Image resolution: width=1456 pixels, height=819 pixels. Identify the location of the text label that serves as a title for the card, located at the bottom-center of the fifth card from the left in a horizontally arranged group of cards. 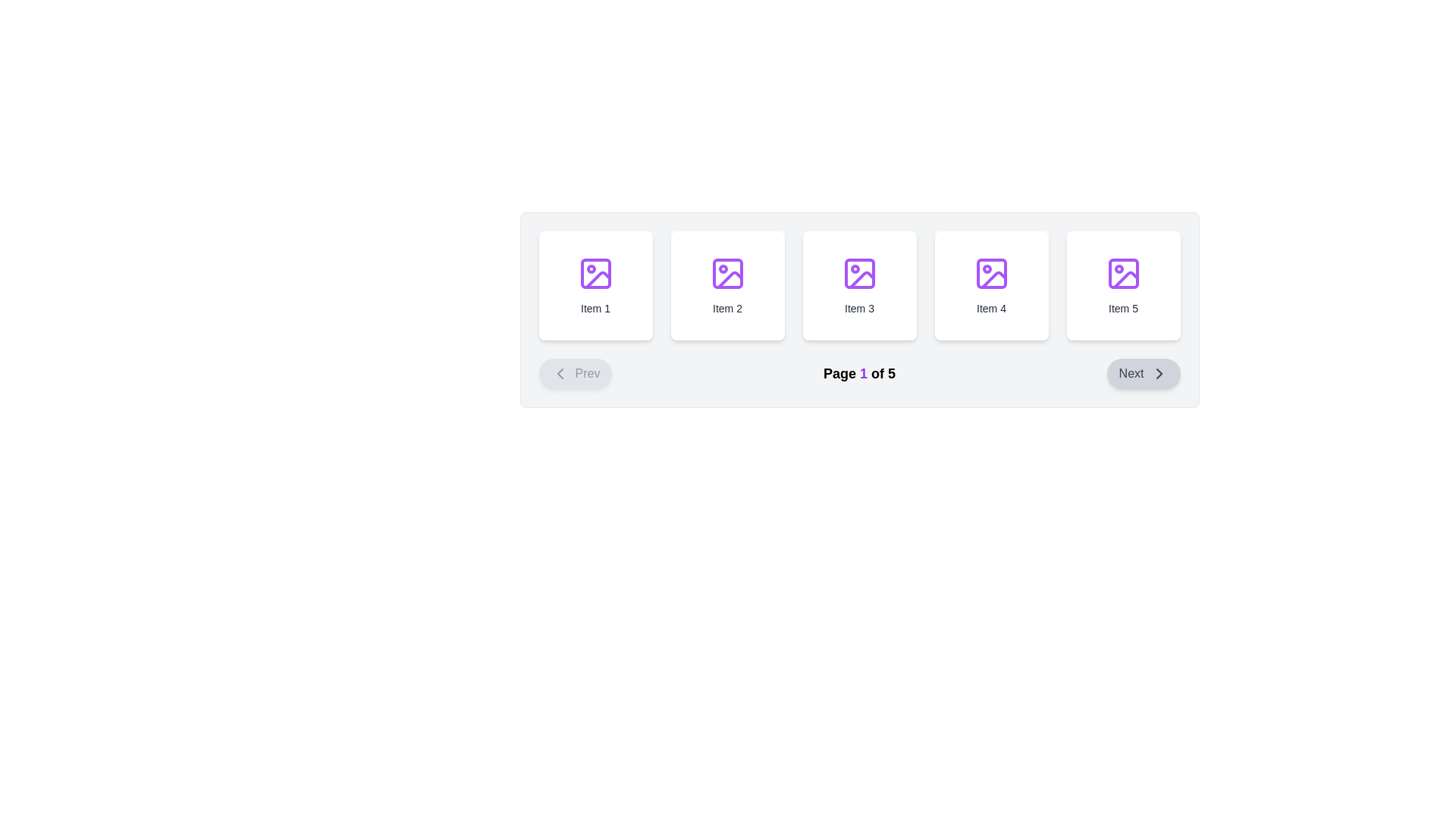
(1123, 308).